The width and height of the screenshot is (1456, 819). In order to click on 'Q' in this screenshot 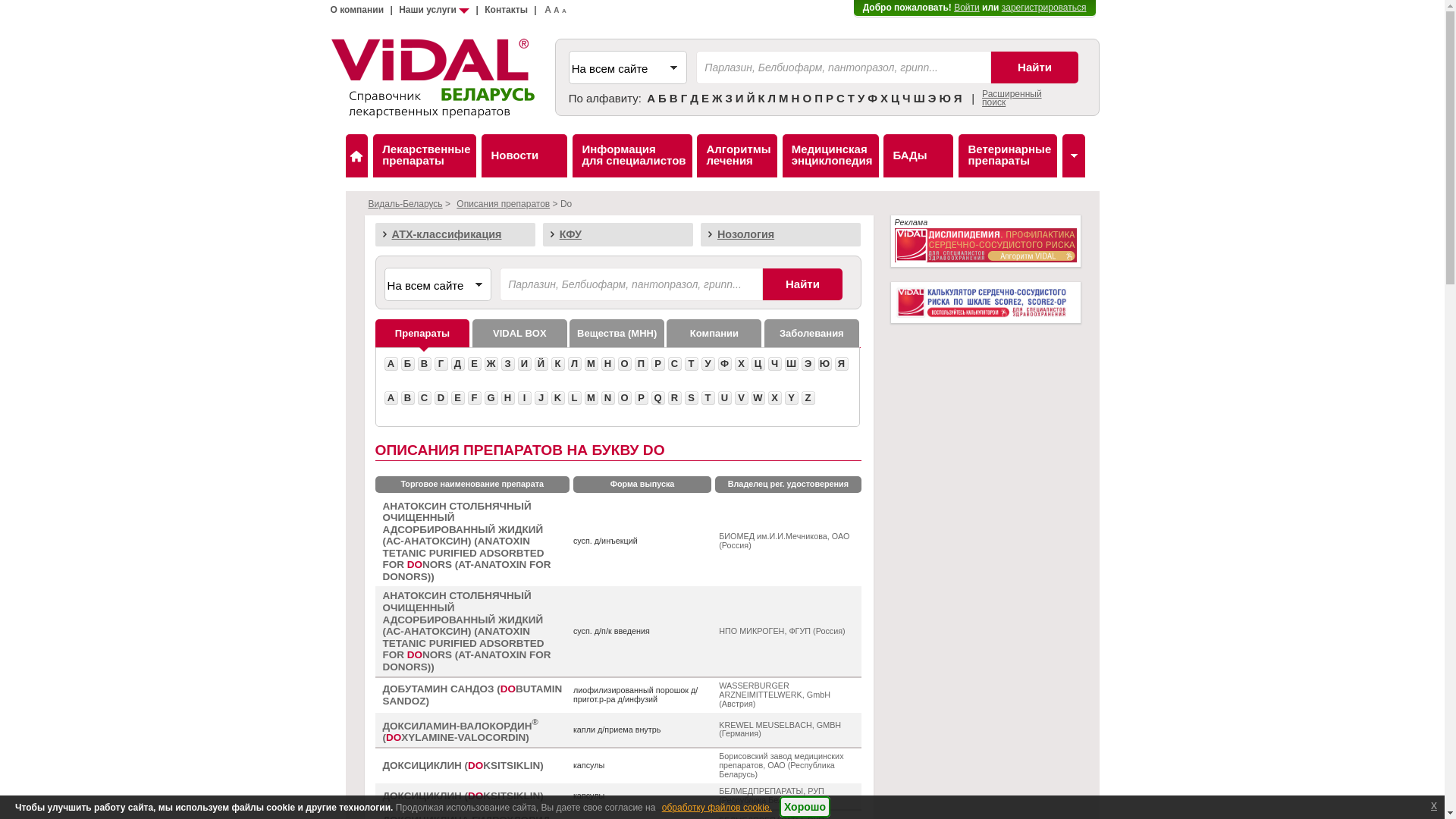, I will do `click(657, 397)`.